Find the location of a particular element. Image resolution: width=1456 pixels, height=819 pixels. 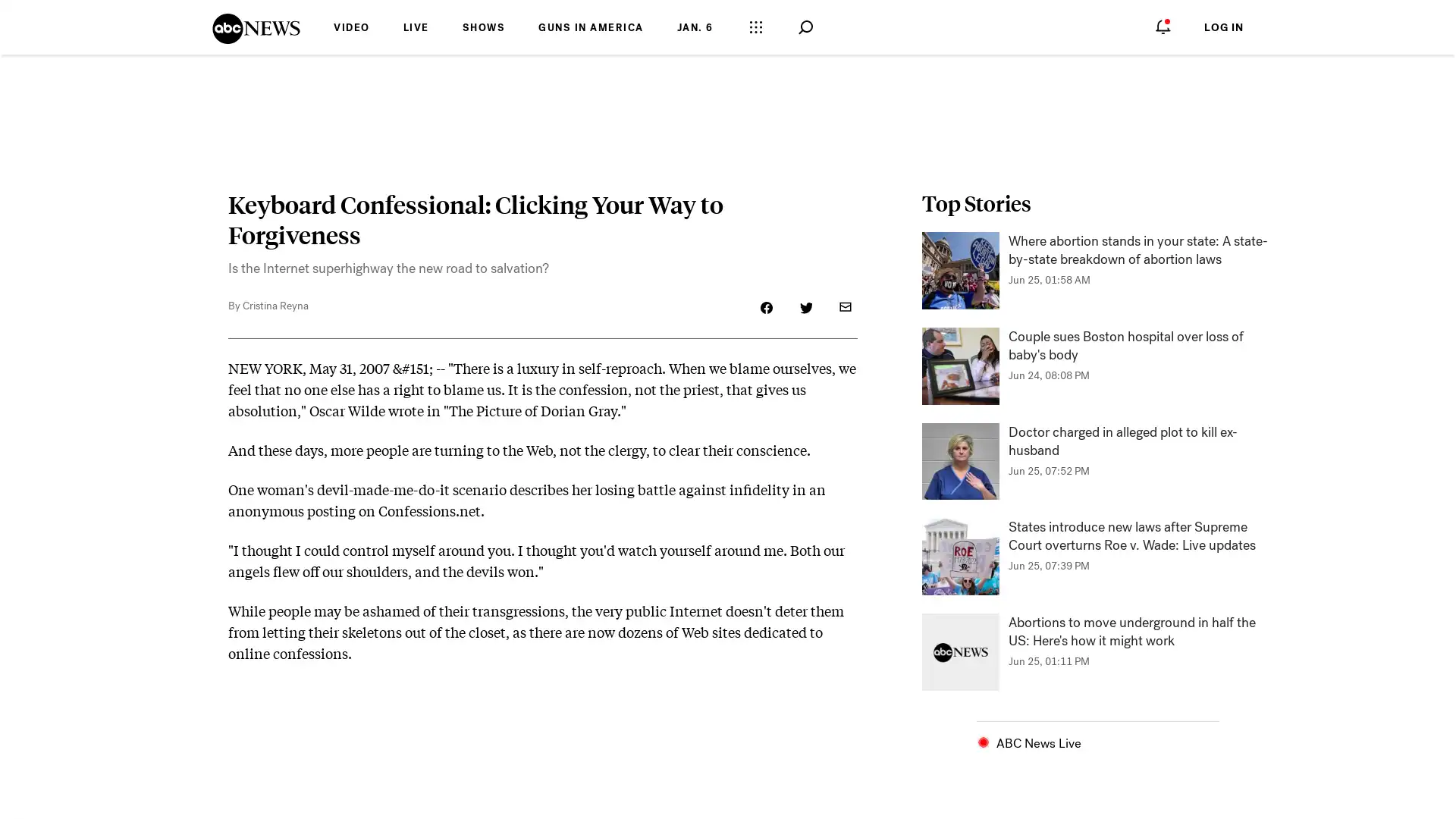

Share Story on Twitter is located at coordinates (805, 307).